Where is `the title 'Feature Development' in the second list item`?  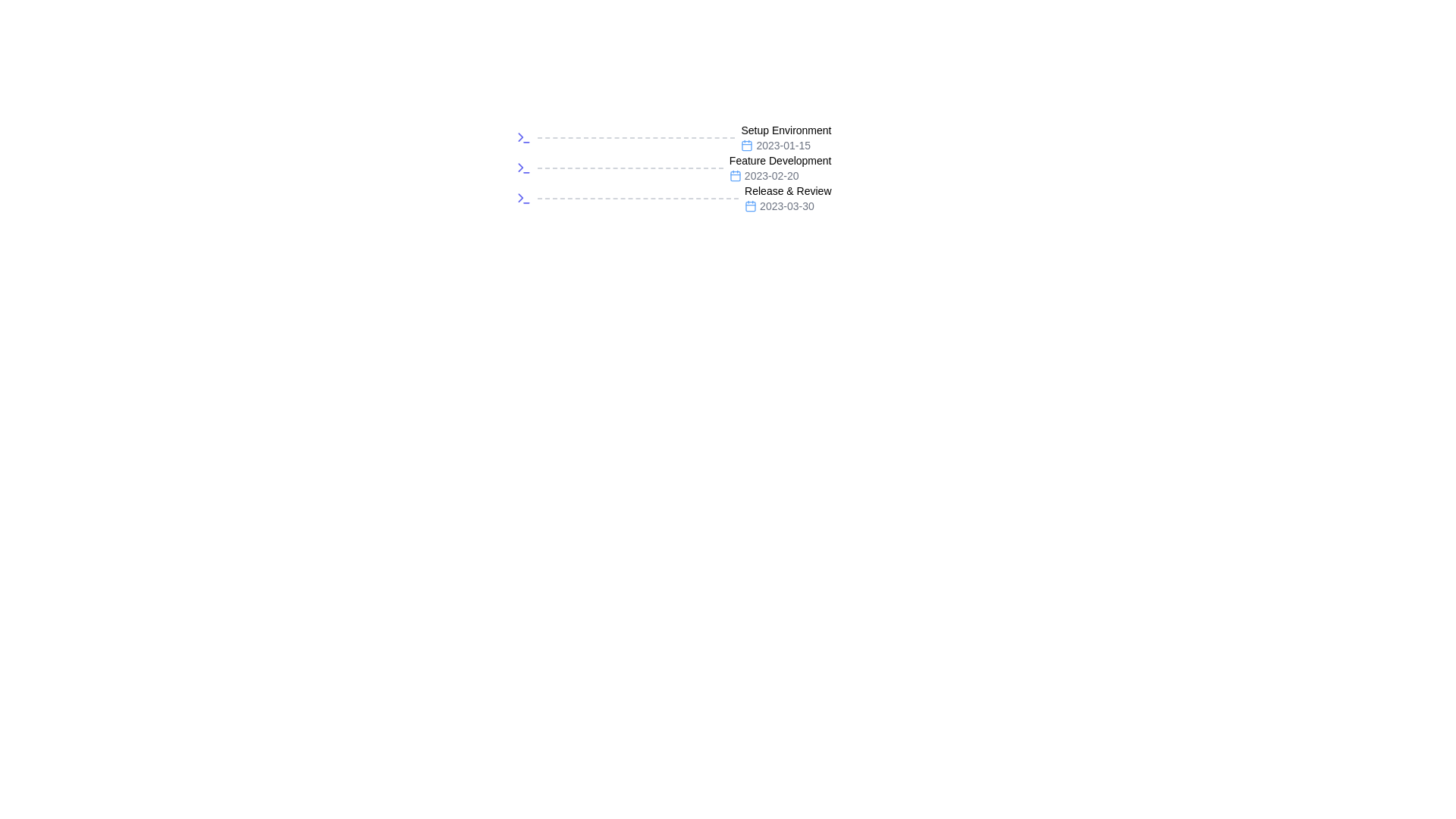
the title 'Feature Development' in the second list item is located at coordinates (673, 168).